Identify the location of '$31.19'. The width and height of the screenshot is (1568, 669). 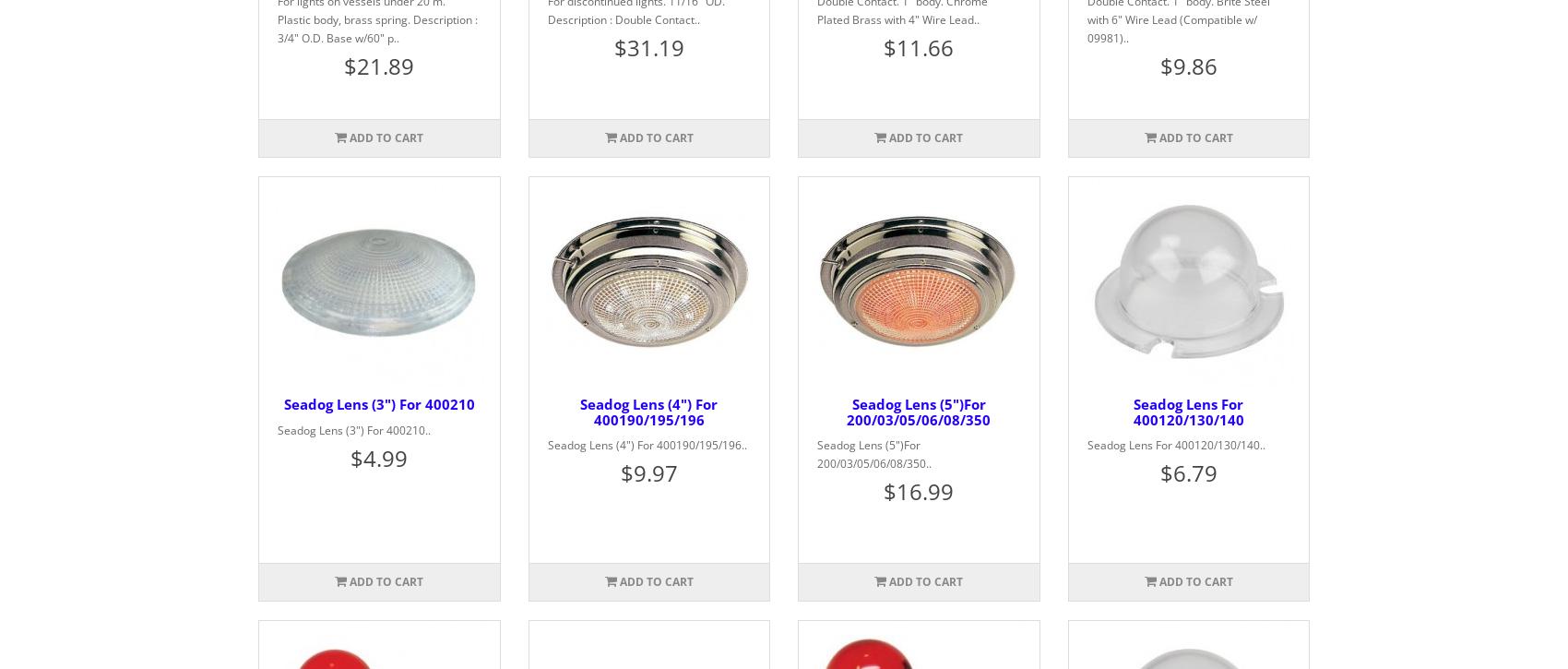
(613, 47).